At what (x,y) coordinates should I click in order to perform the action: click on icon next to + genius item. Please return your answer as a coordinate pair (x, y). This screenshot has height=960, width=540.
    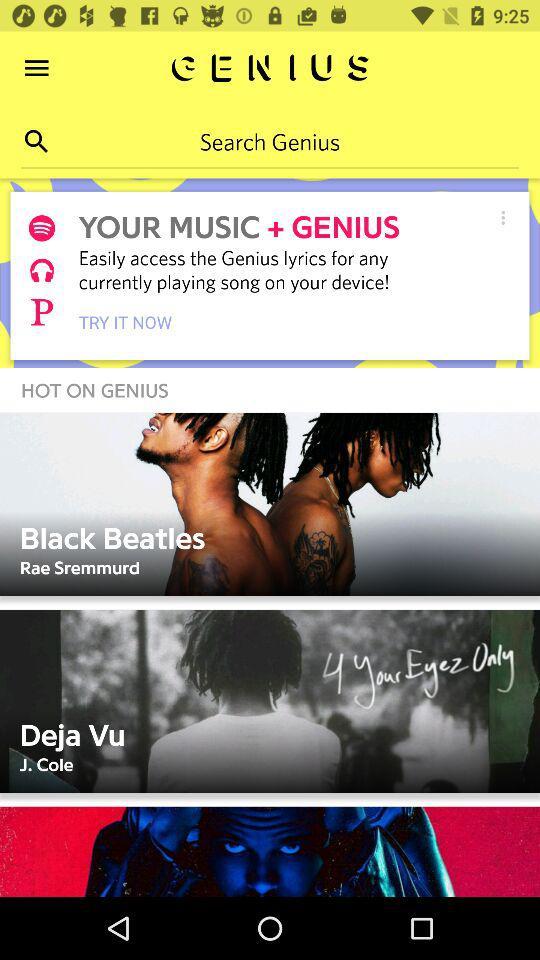
    Looking at the image, I should click on (502, 217).